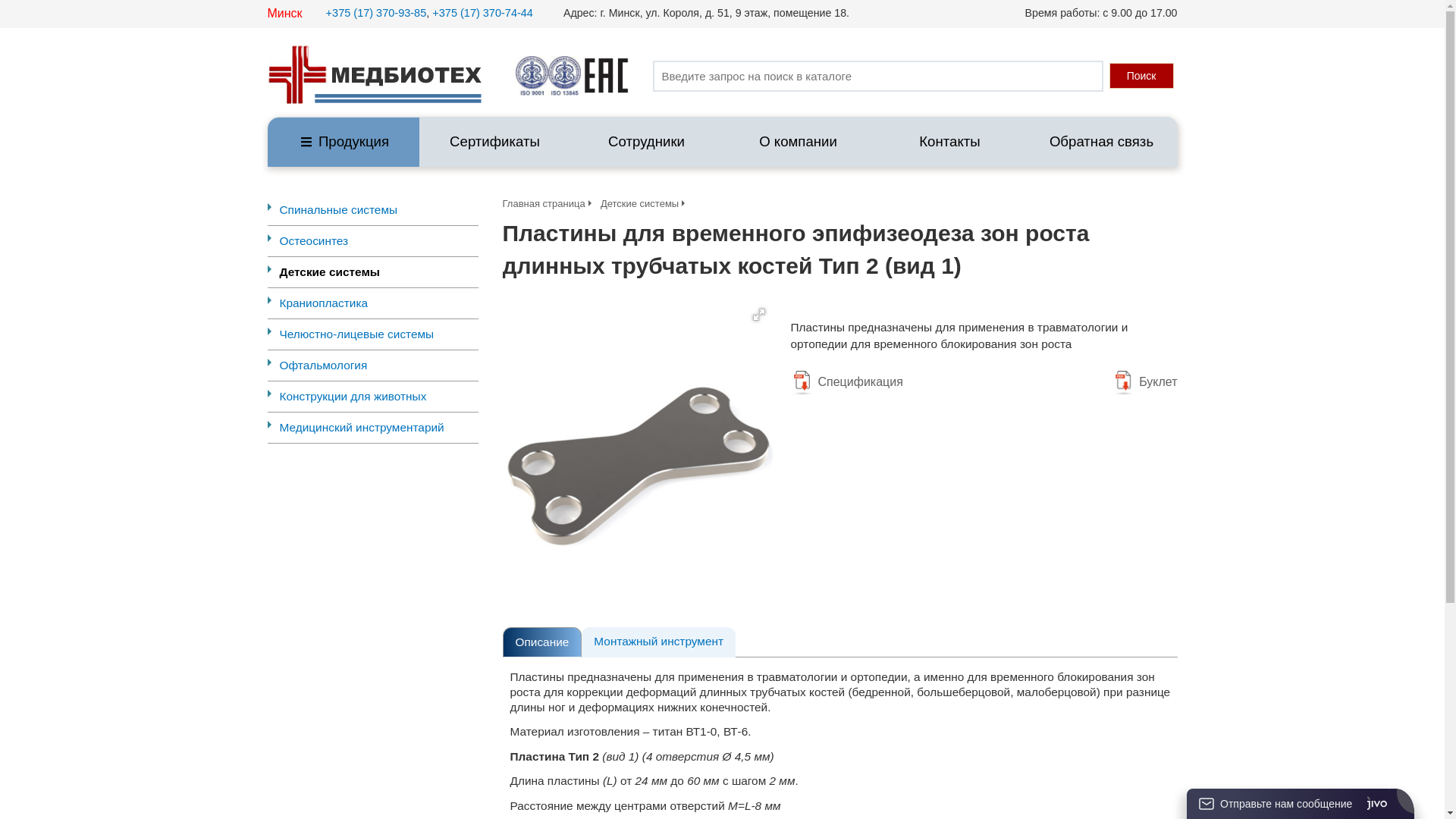 This screenshot has height=819, width=1456. What do you see at coordinates (563, 76) in the screenshot?
I see `'Iso 13845'` at bounding box center [563, 76].